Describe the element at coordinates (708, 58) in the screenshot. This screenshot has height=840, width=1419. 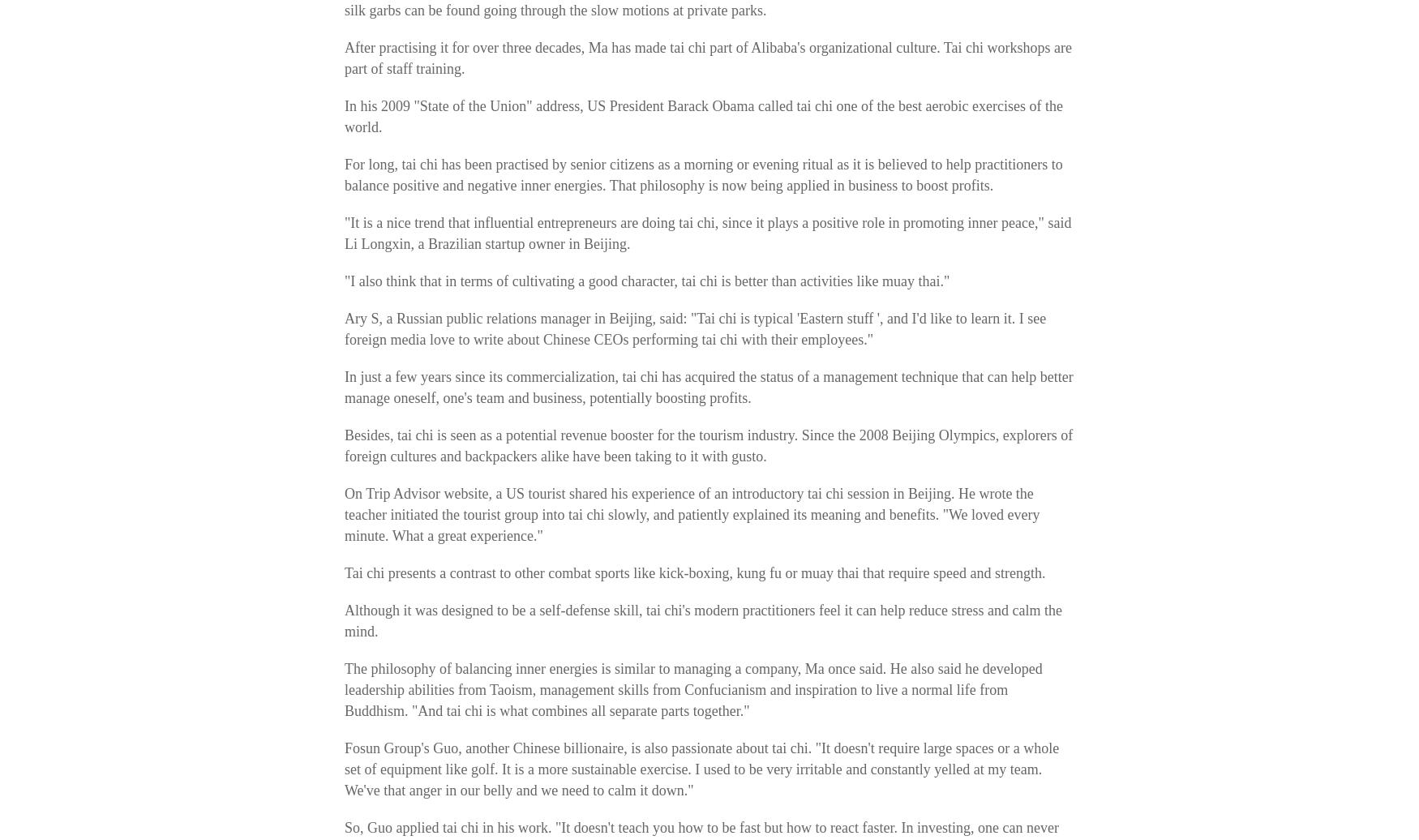
I see `'After practising it for over three decades, Ma has made tai chi part of Alibaba's organizational culture. Tai chi workshops are part of staff training.'` at that location.